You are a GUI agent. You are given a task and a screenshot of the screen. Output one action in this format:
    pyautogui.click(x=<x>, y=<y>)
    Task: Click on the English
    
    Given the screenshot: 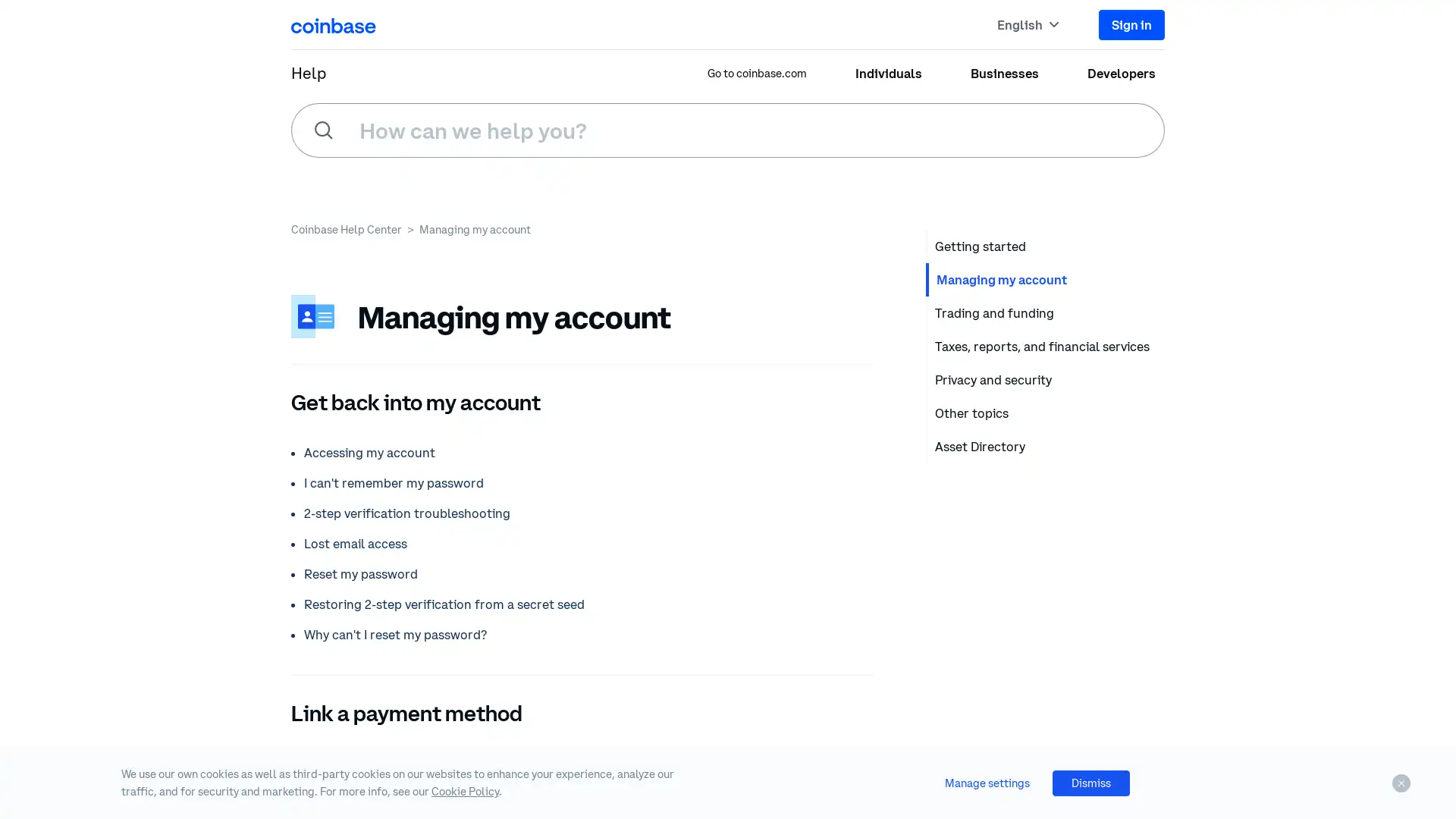 What is the action you would take?
    pyautogui.click(x=1028, y=24)
    